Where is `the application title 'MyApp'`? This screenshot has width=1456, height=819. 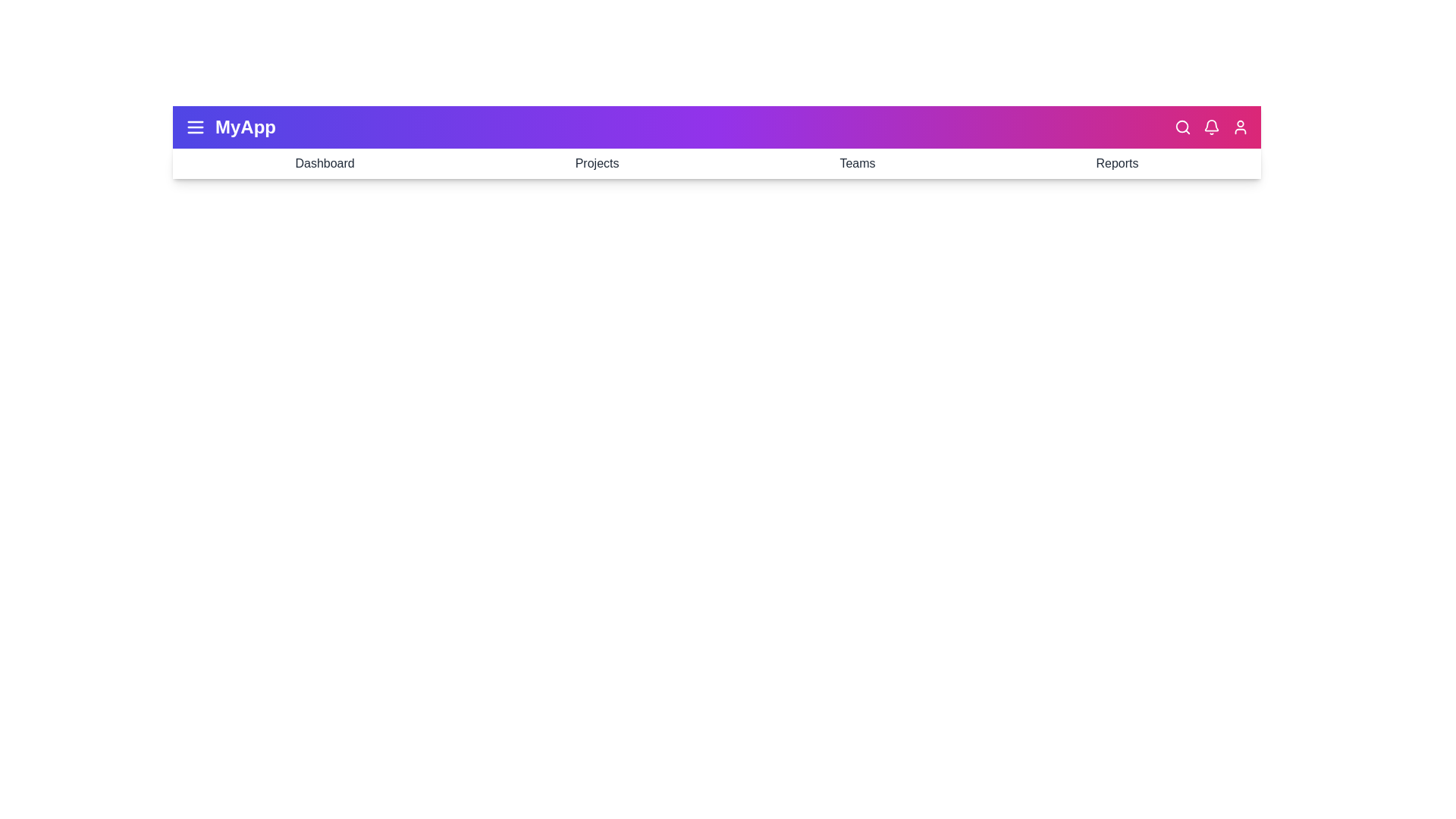
the application title 'MyApp' is located at coordinates (246, 127).